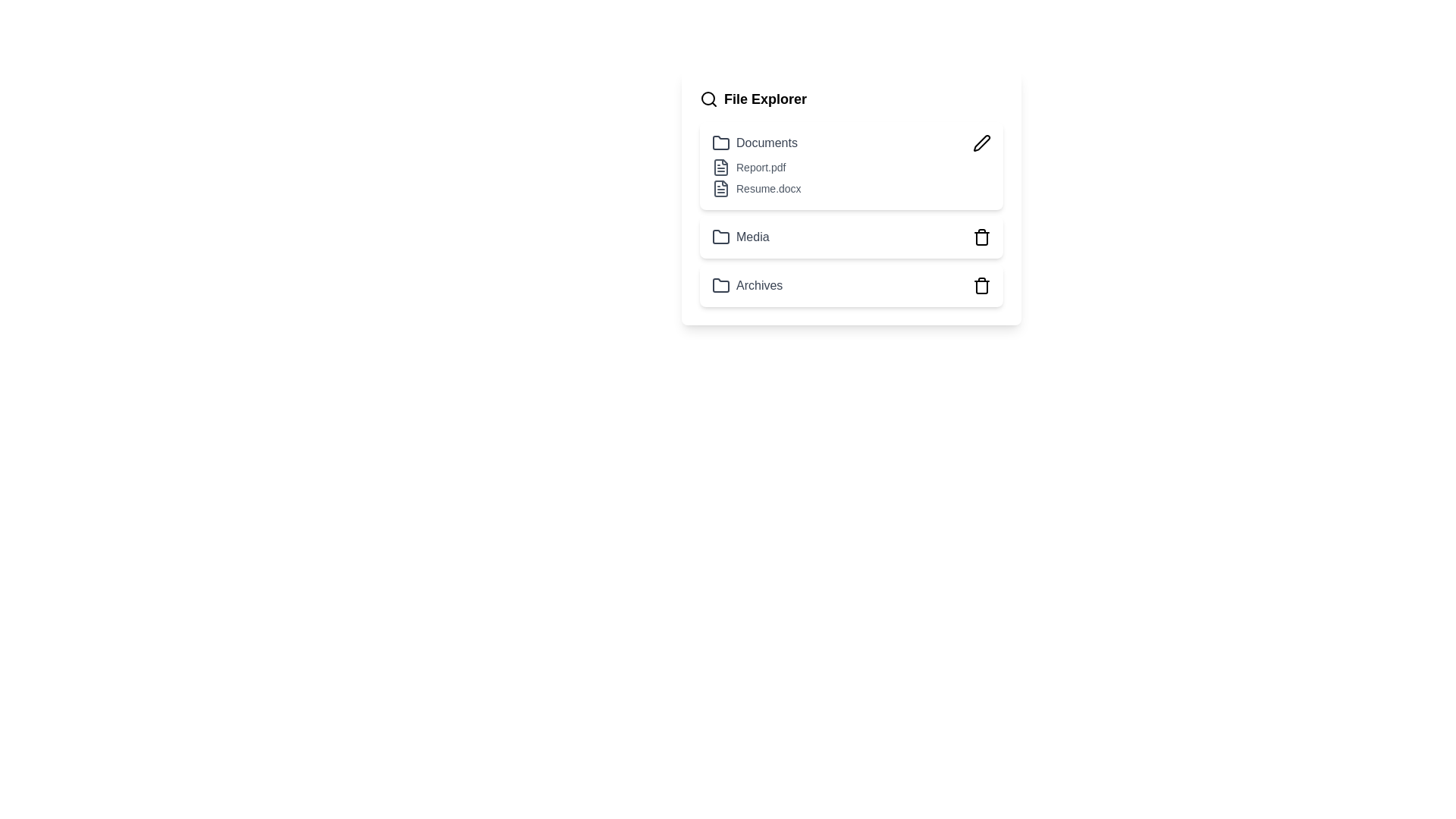 This screenshot has height=819, width=1456. I want to click on the file icon representing 'Report.pdf' in the file explorer interface, so click(720, 167).